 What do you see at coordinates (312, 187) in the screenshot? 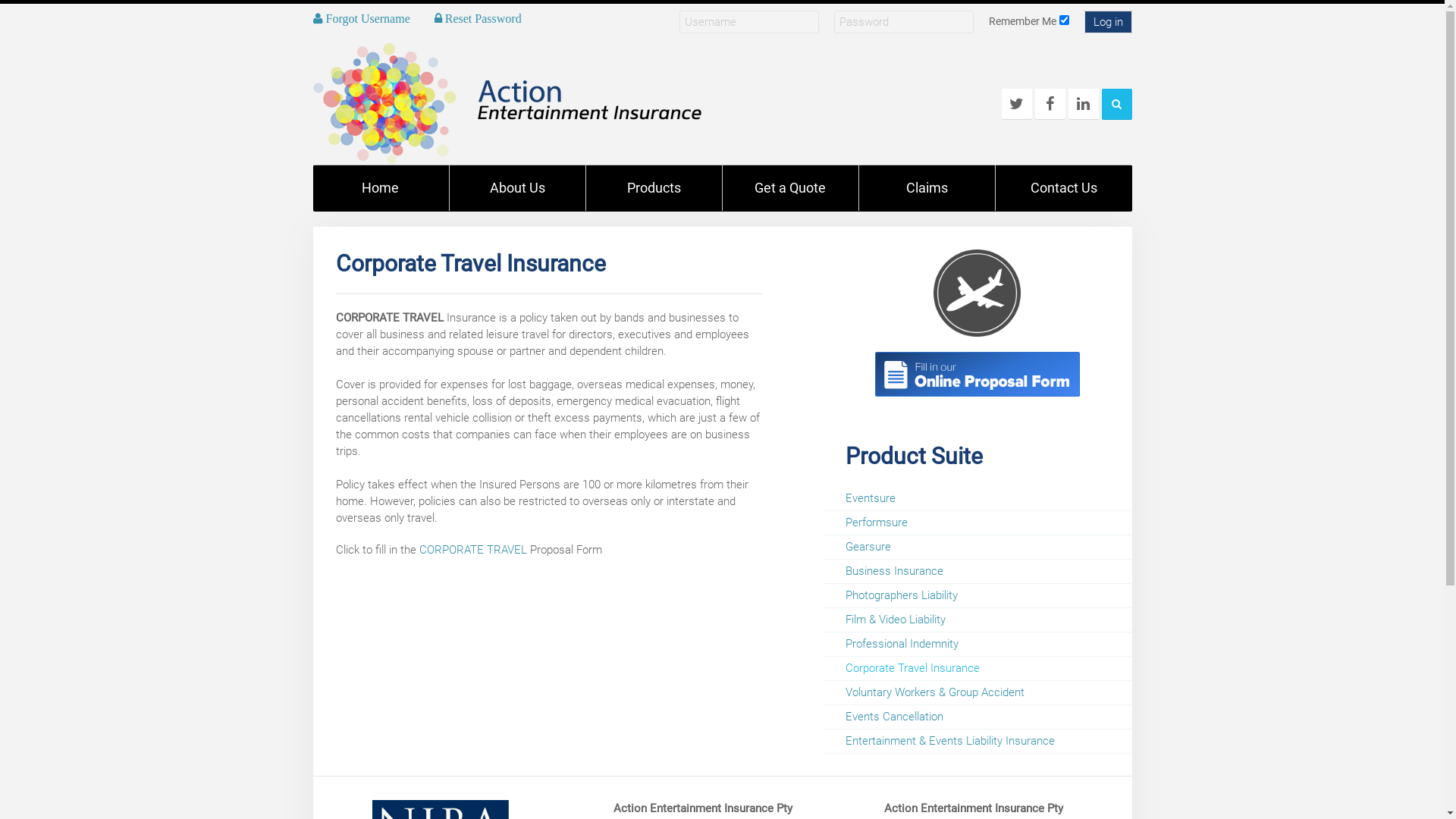
I see `'Home'` at bounding box center [312, 187].